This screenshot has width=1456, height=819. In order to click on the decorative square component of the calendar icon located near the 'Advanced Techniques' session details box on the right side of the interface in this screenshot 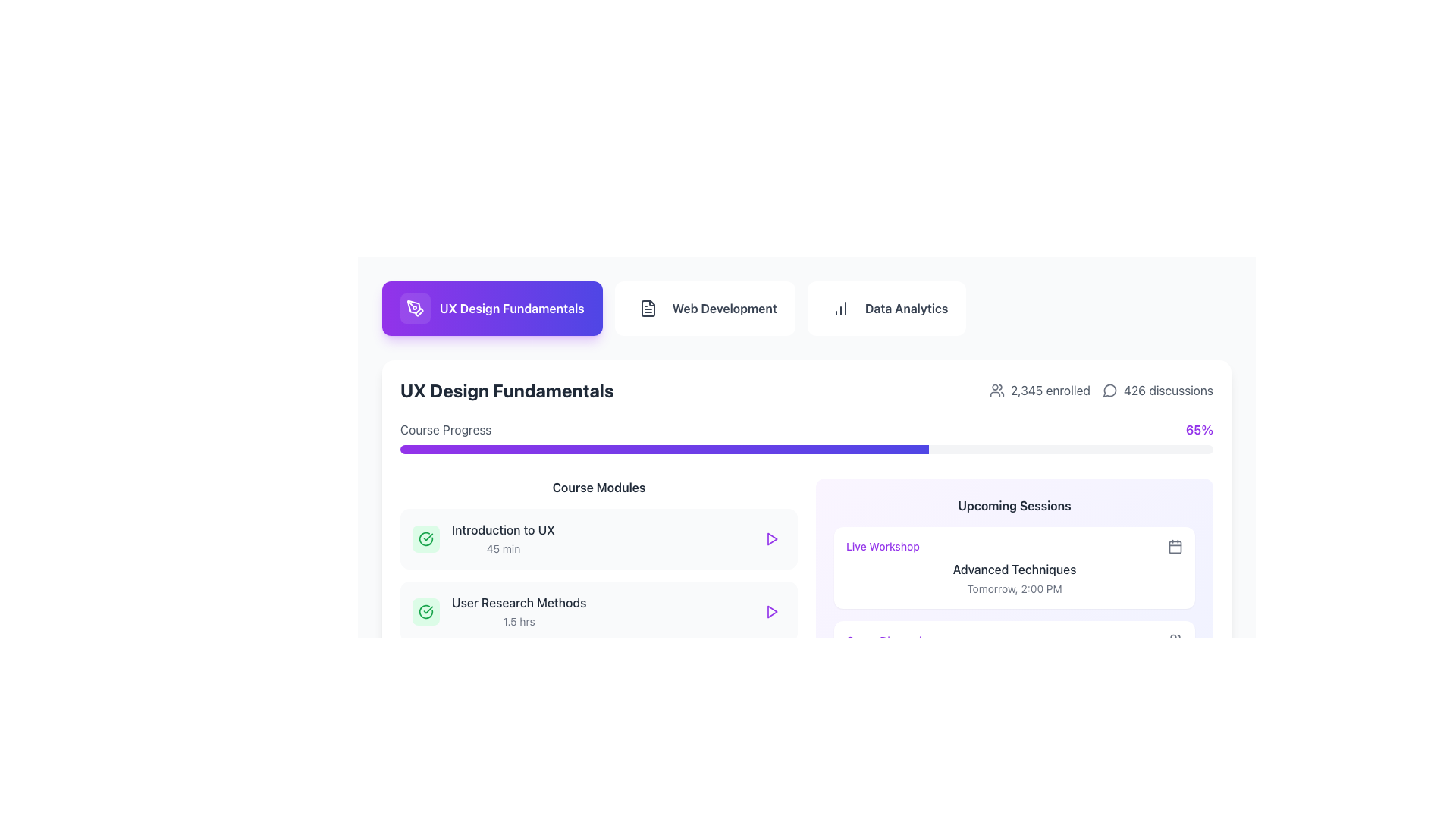, I will do `click(1175, 547)`.